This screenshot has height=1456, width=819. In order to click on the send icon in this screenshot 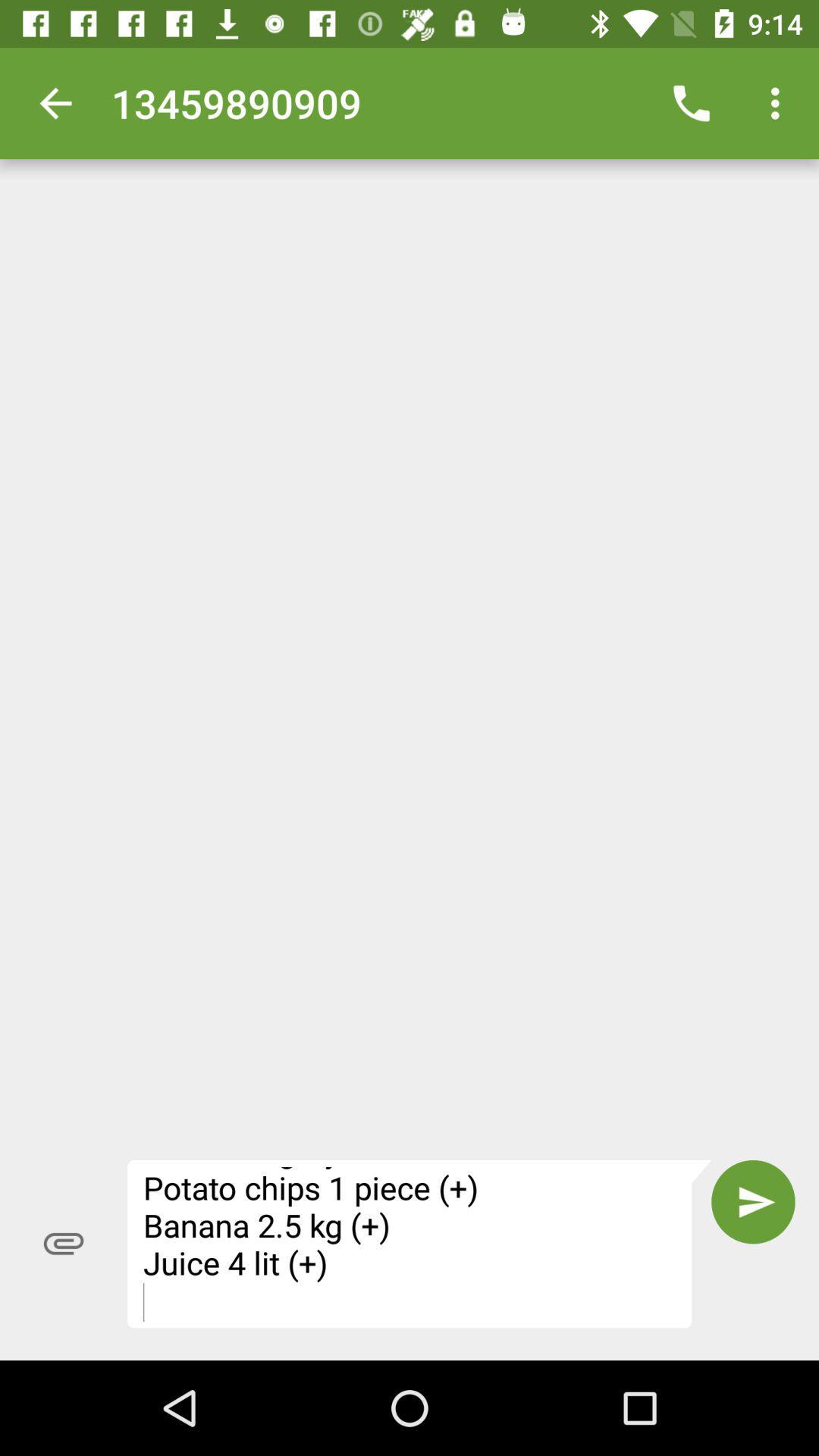, I will do `click(753, 1201)`.